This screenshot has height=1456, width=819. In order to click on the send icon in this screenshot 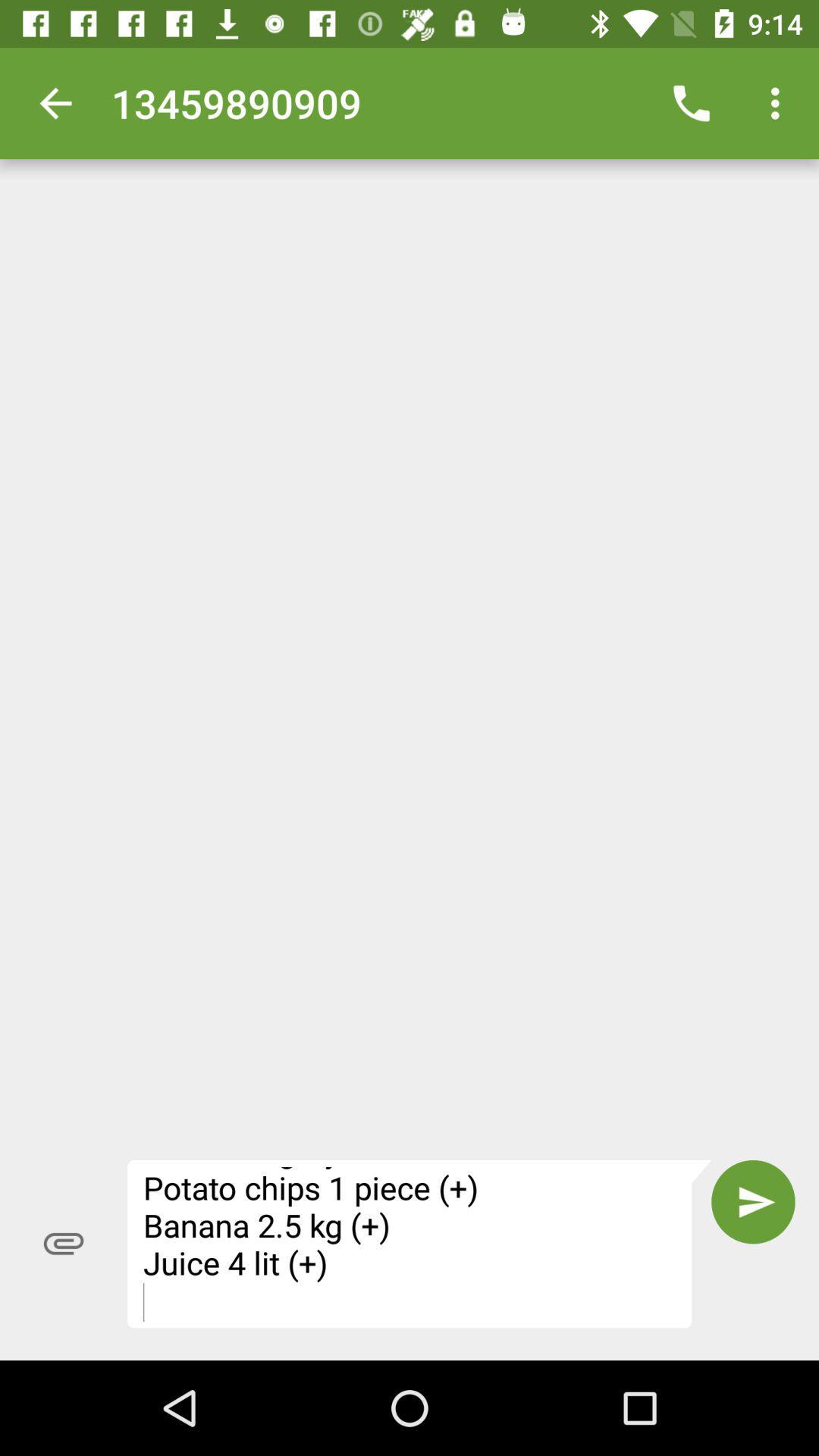, I will do `click(753, 1201)`.